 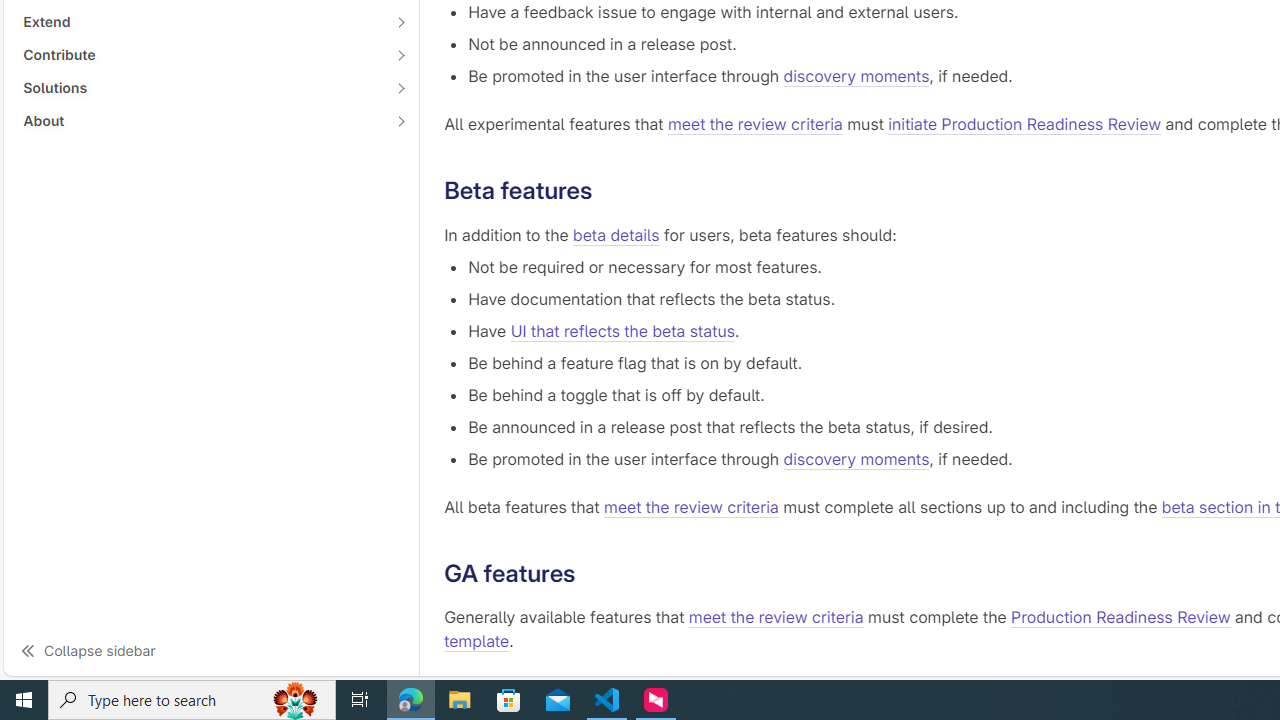 What do you see at coordinates (200, 54) in the screenshot?
I see `'Contribute'` at bounding box center [200, 54].